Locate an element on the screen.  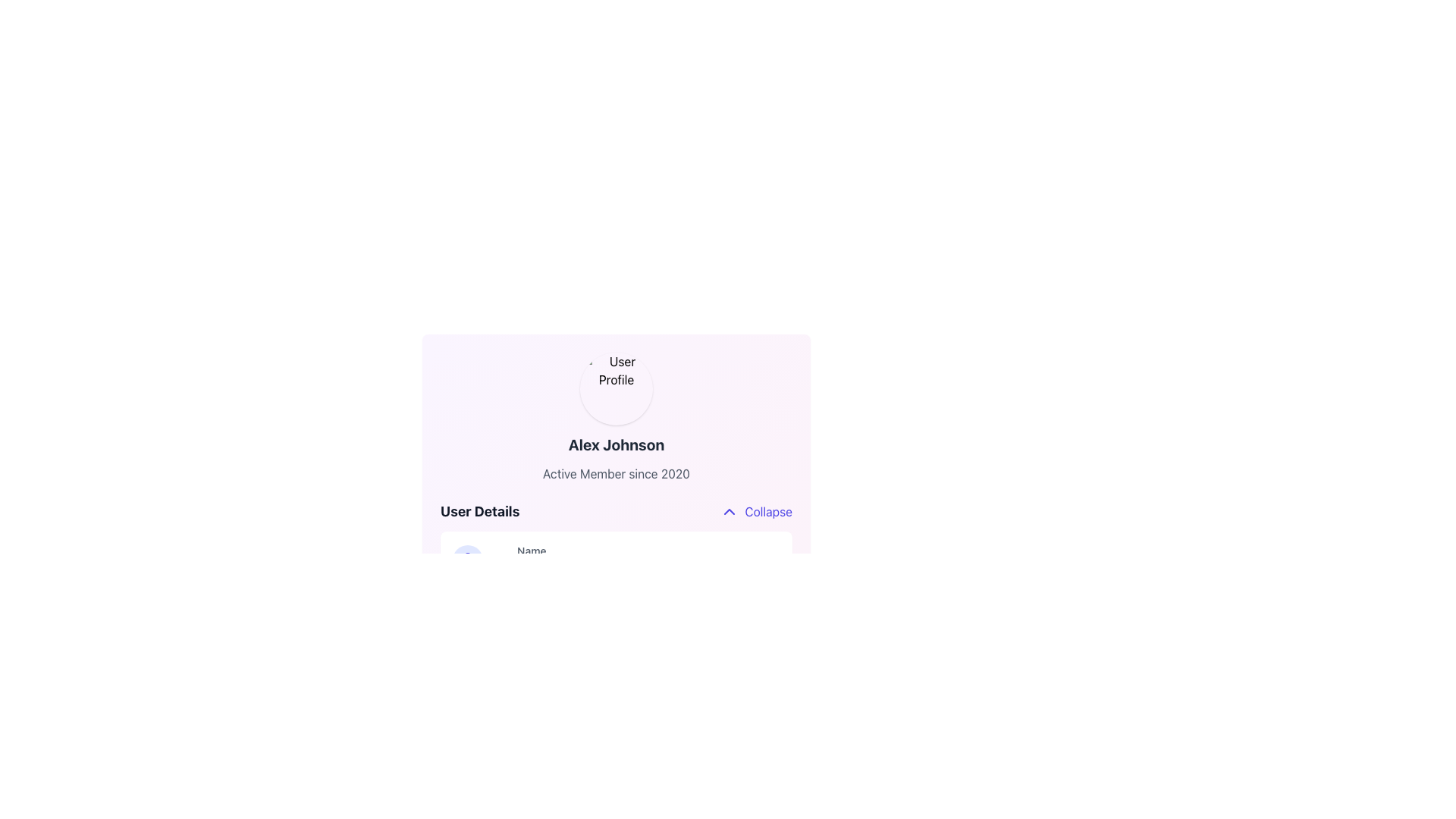
the circular user icon with a semi-transparent indigo background located on the left side of the 'User Details' section, adjacent to the label 'Name' is located at coordinates (467, 560).